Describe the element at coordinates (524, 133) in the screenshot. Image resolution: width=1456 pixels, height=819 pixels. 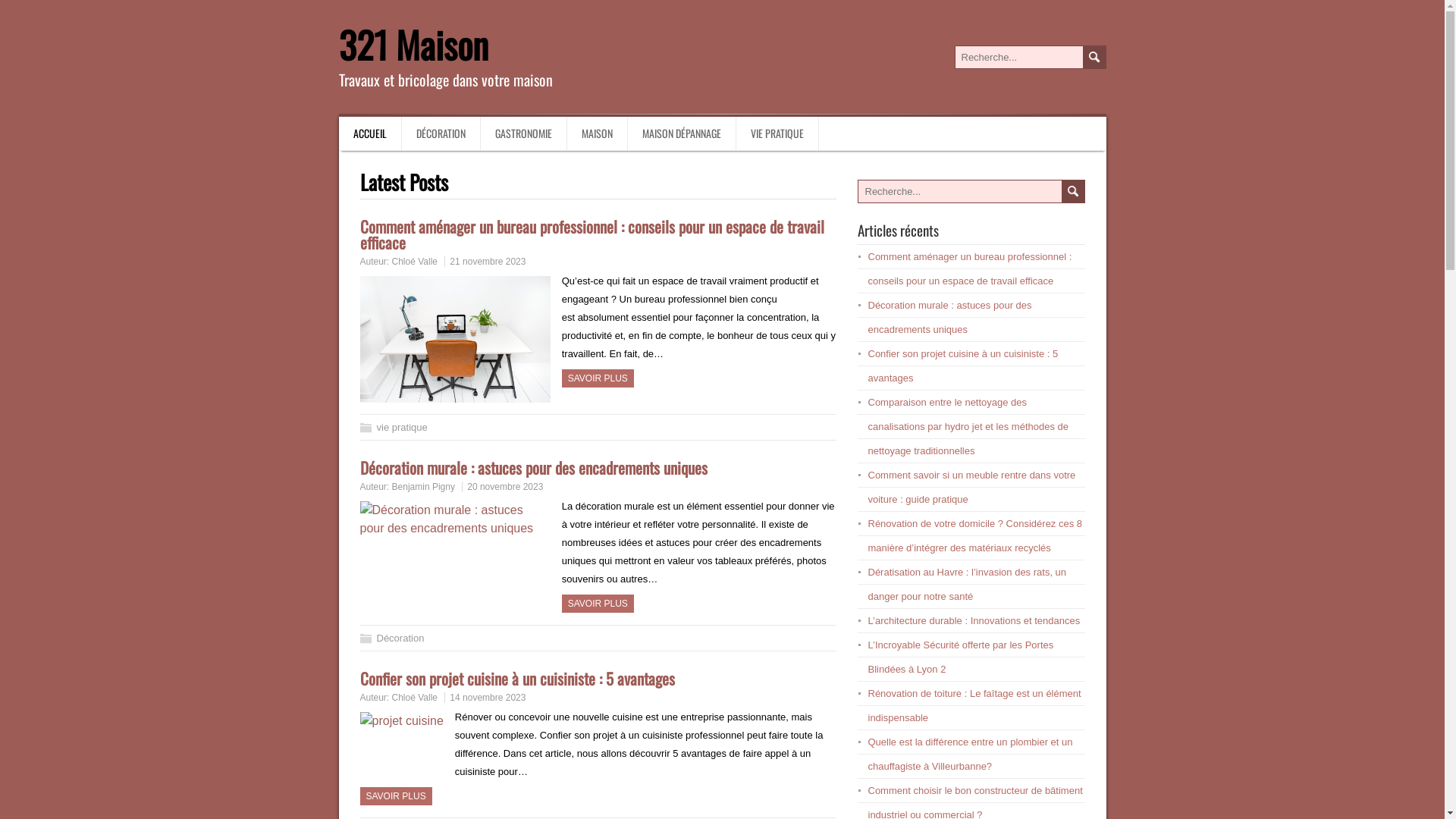
I see `'GASTRONOMIE'` at that location.